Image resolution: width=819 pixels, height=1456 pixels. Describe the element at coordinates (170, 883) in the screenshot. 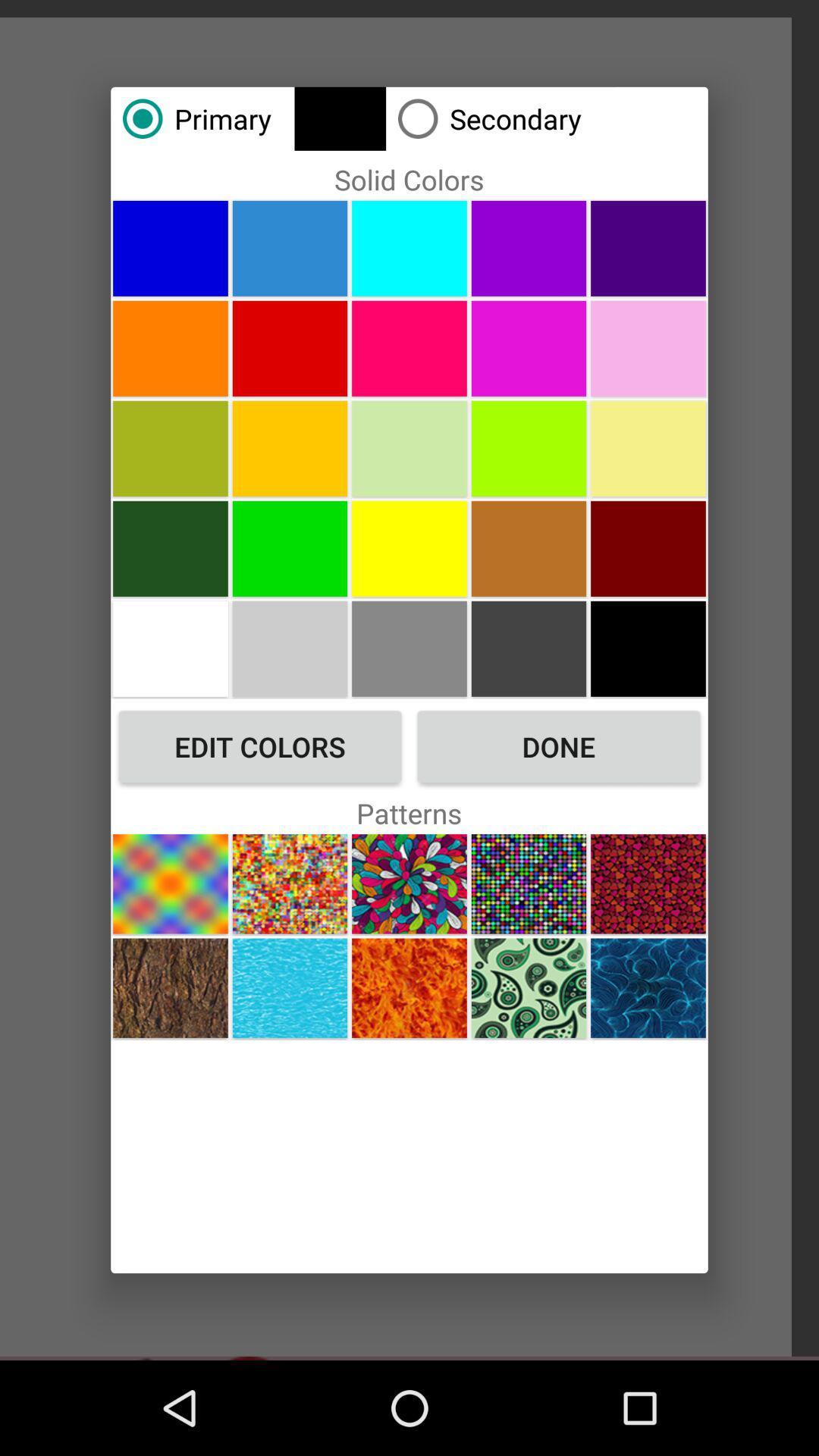

I see `a pattern` at that location.